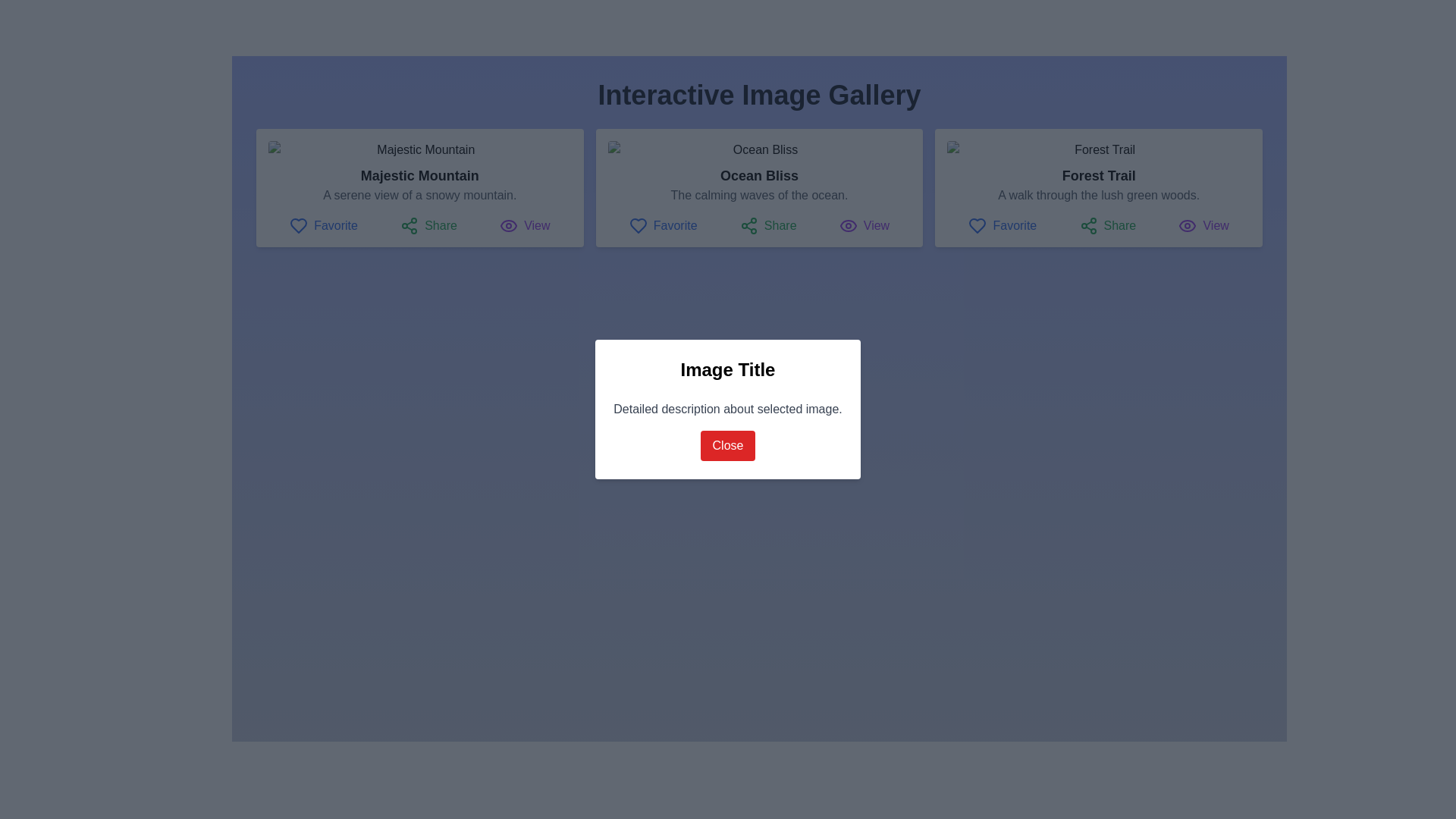 The image size is (1456, 819). I want to click on the 'Share' button in the Toolbar located at the bottom of the 'Majestic Mountain' card, which is the second button from the left, colored green and featuring a share node icon, so click(419, 225).